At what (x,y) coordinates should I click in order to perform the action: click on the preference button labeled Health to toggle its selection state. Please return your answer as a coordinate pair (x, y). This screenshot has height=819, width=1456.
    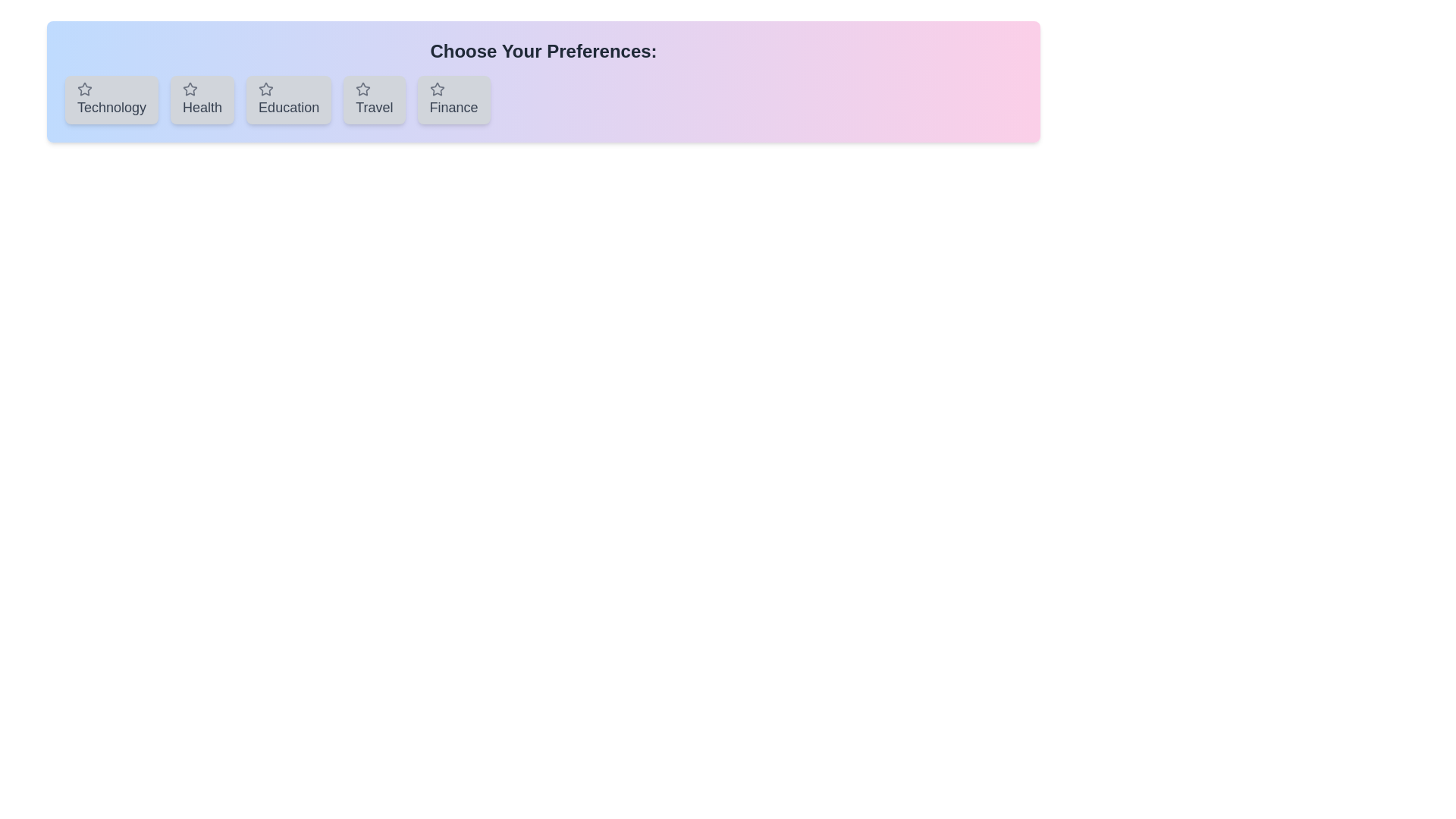
    Looking at the image, I should click on (202, 99).